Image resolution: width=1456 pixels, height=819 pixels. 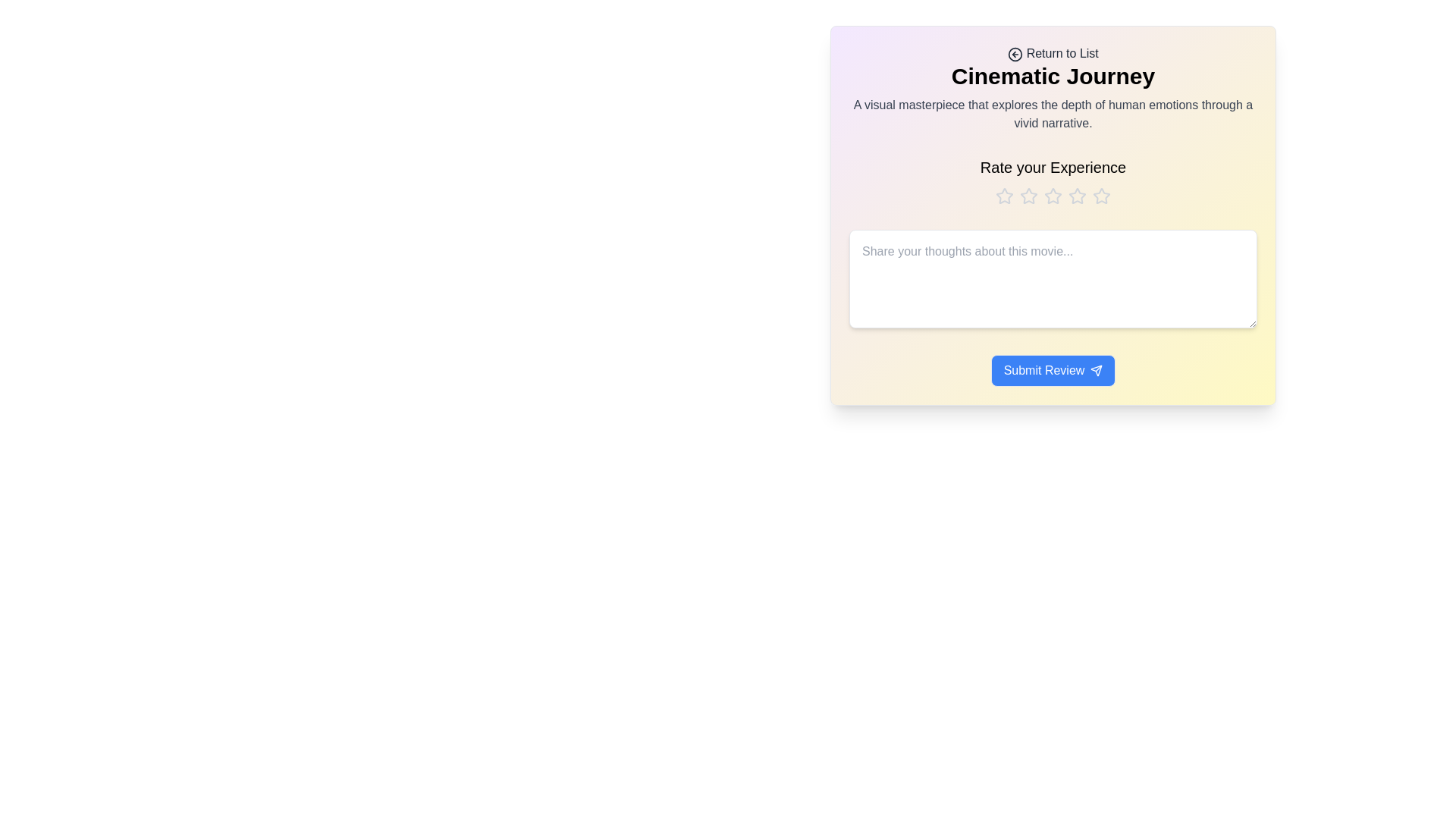 What do you see at coordinates (1102, 195) in the screenshot?
I see `the fifth interactive rating star to rate the experience, which is positioned above the comment input box and below the 'Rate your Experience' label` at bounding box center [1102, 195].